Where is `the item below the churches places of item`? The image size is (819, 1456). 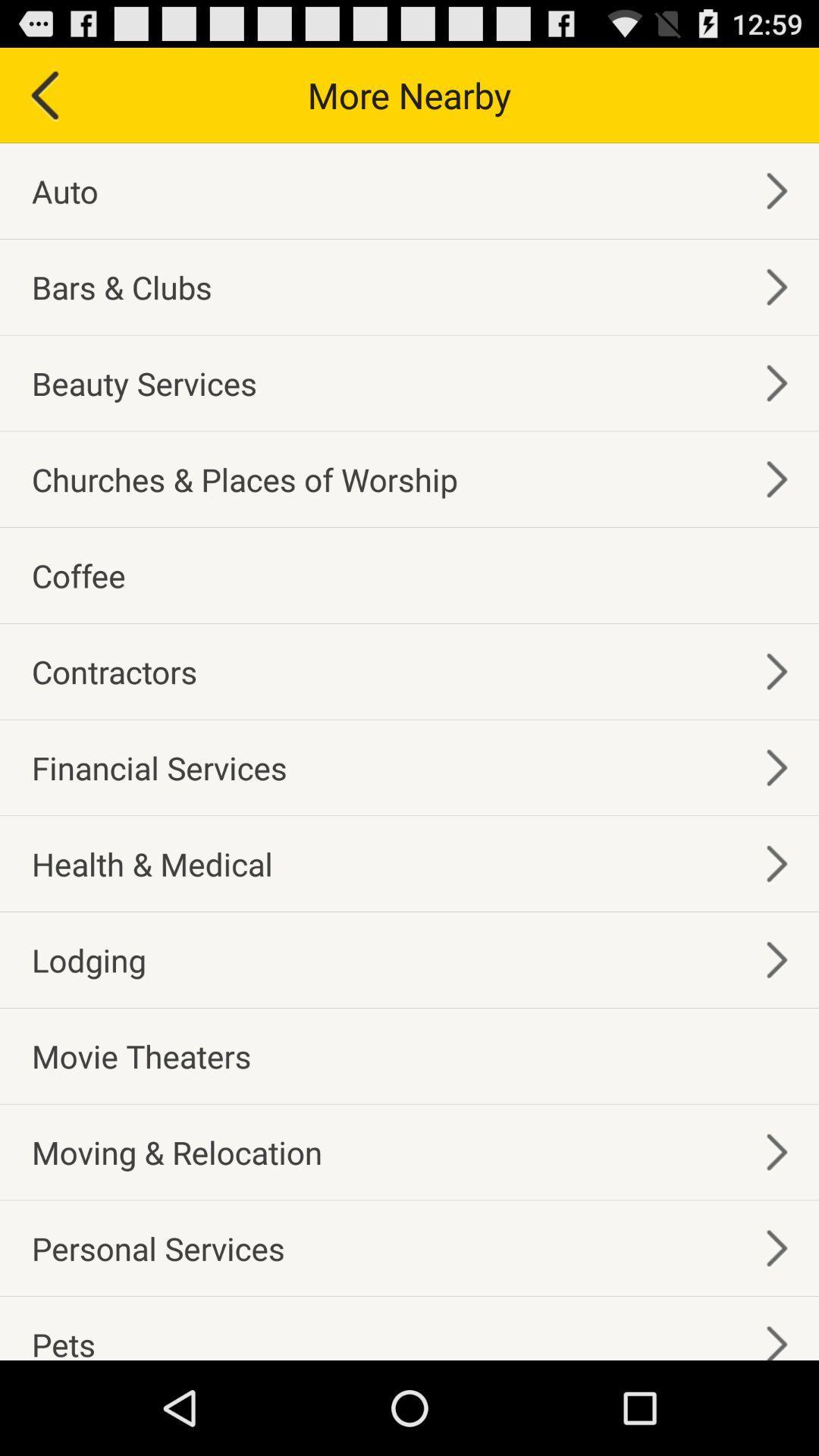 the item below the churches places of item is located at coordinates (78, 574).